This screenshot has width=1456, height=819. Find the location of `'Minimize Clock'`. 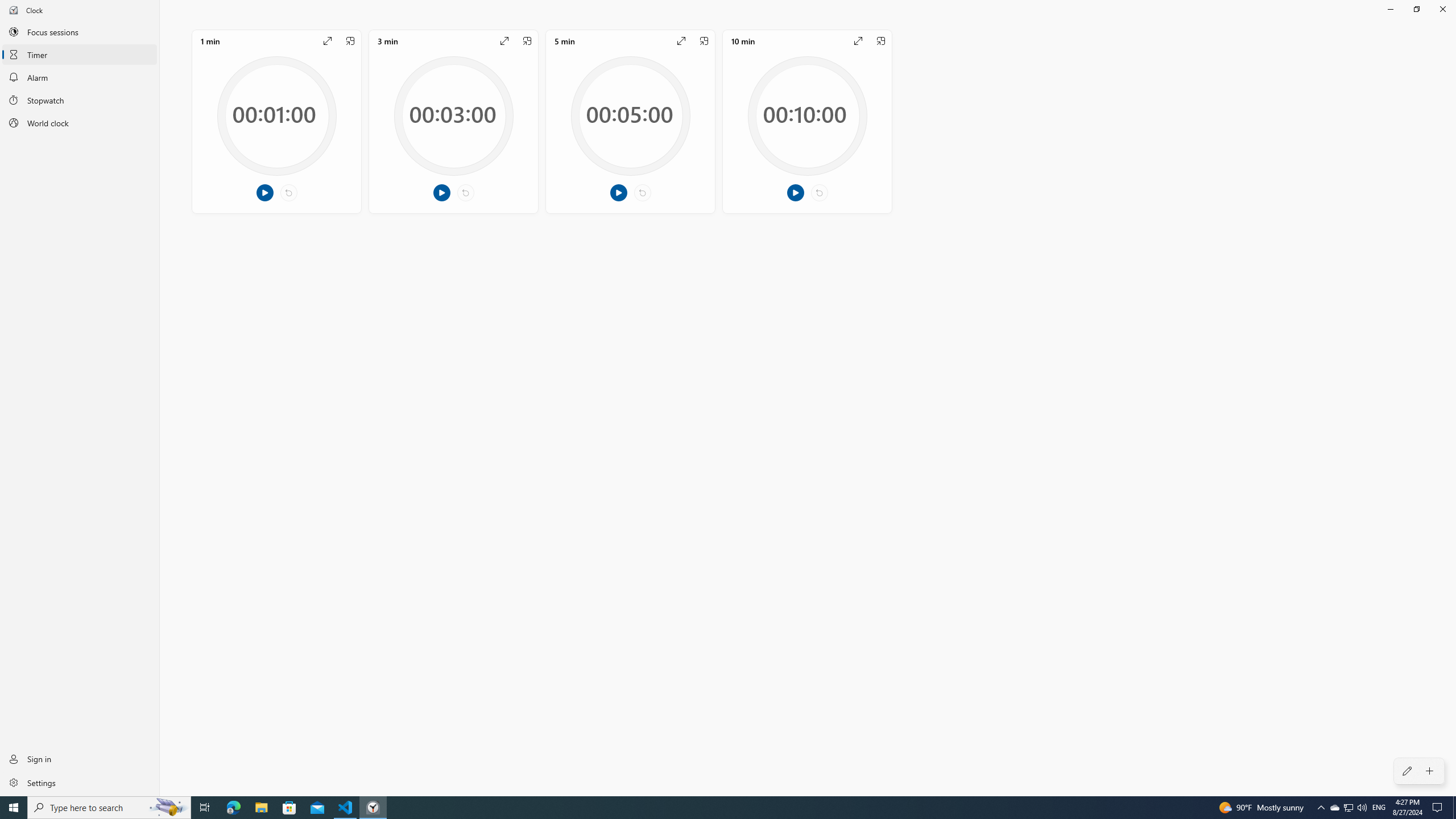

'Minimize Clock' is located at coordinates (1389, 9).